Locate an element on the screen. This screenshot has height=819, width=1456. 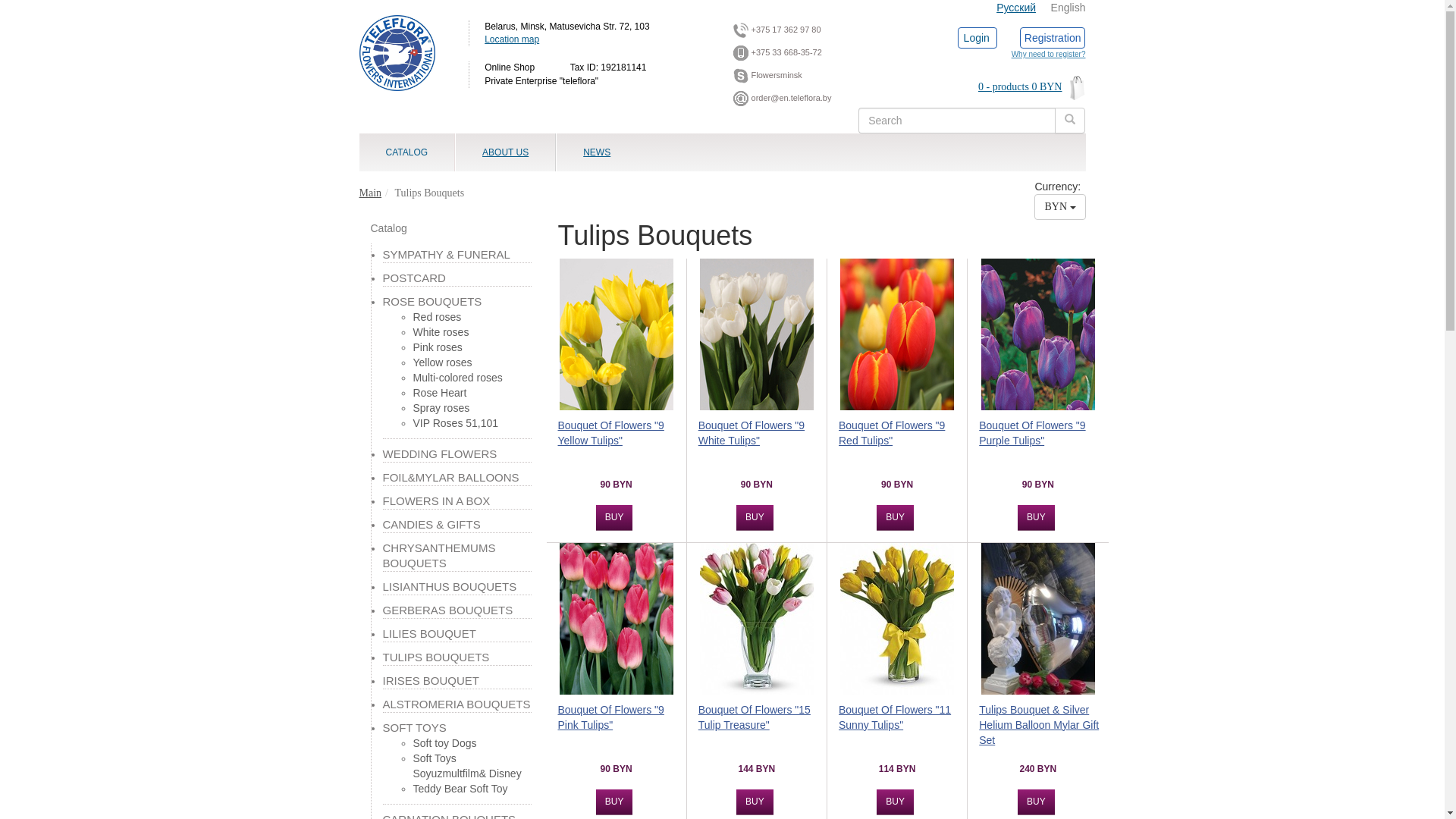
'LILIES BOUQUET' is located at coordinates (428, 633).